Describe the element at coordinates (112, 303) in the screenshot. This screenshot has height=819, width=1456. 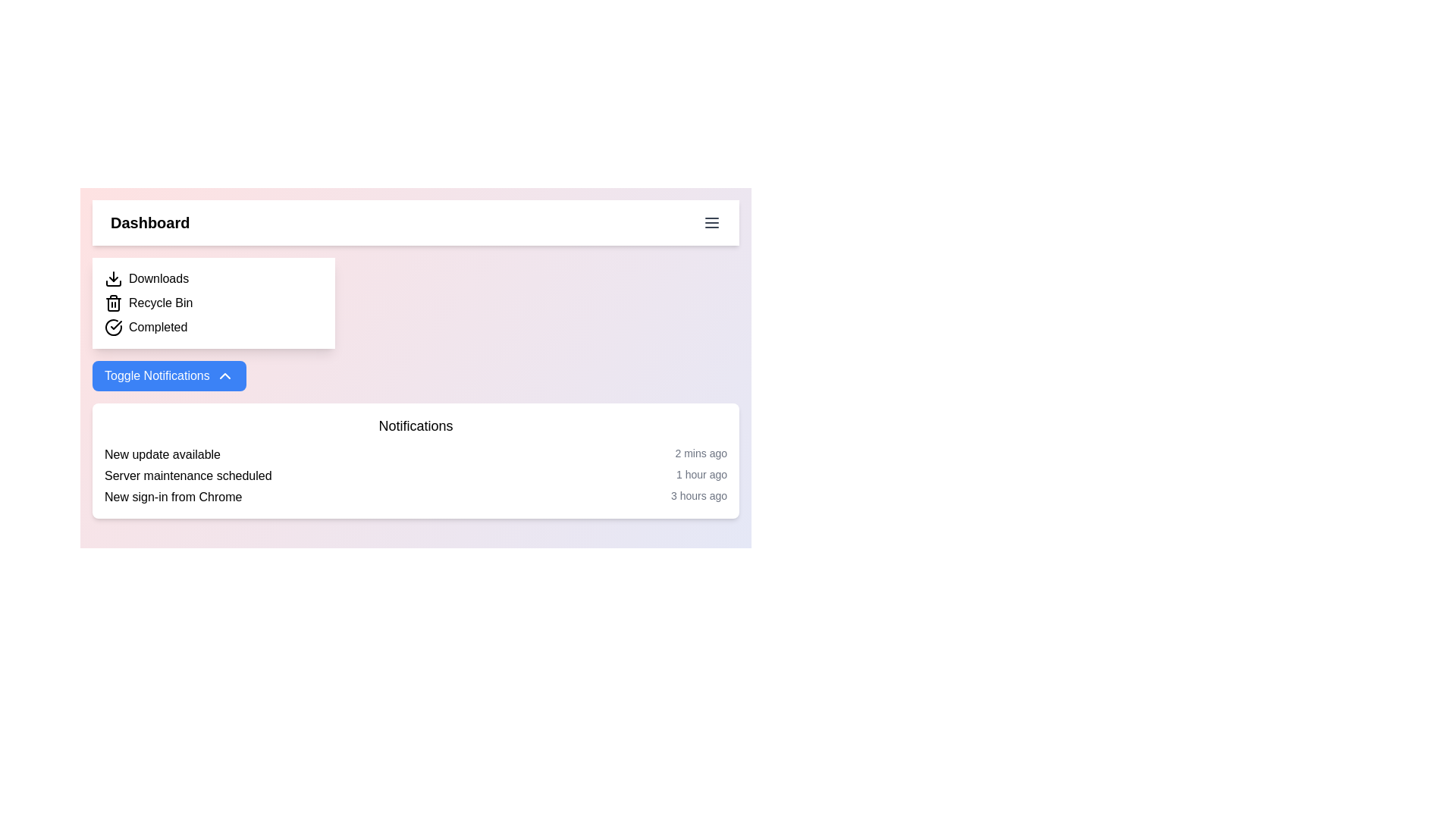
I see `the 'Recycle Bin' SVG icon located in the dropdown menu under the 'Dashboard' section, positioned above 'Completed' and below 'Downloads'` at that location.